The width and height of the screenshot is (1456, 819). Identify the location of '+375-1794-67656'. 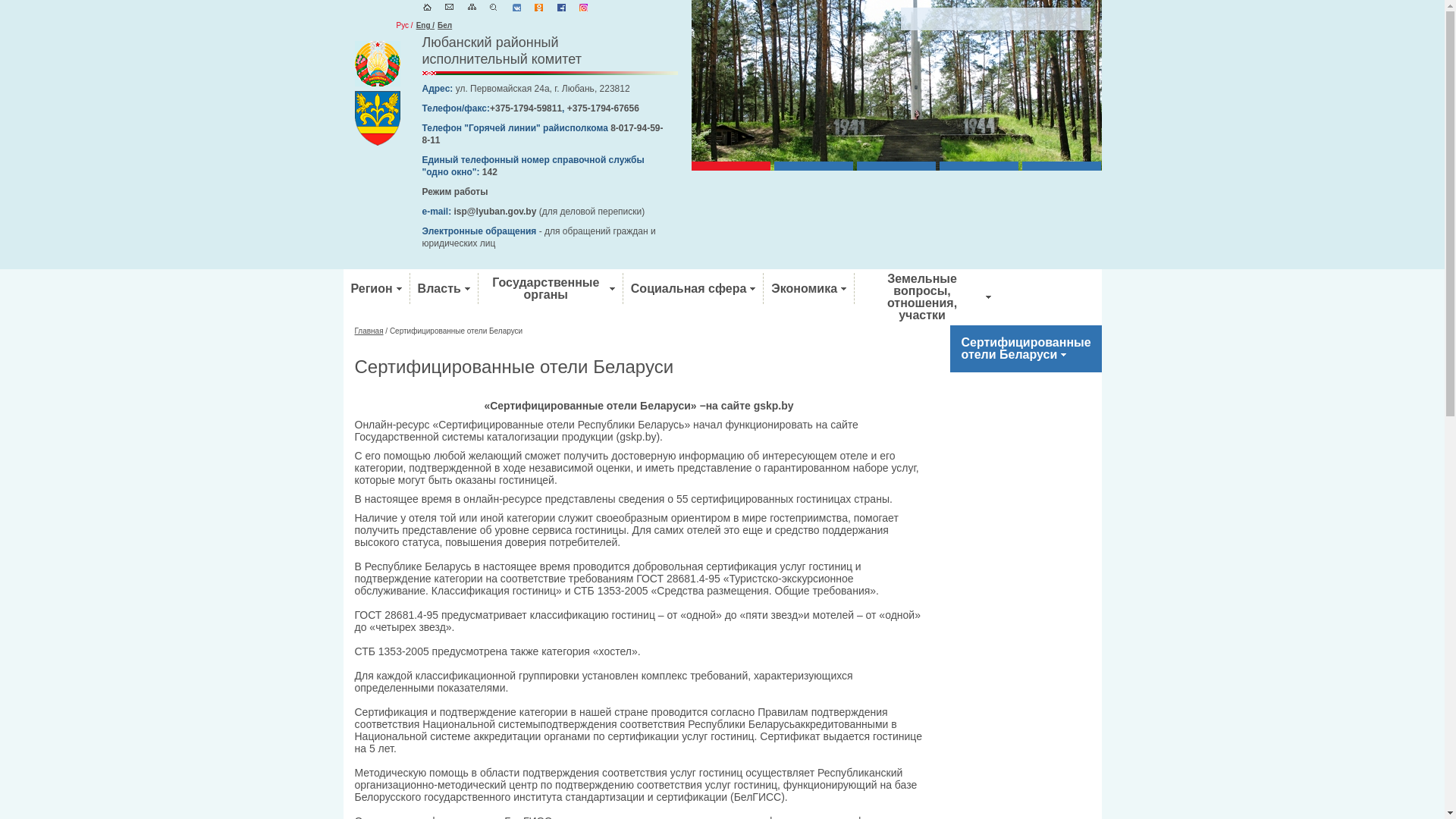
(602, 107).